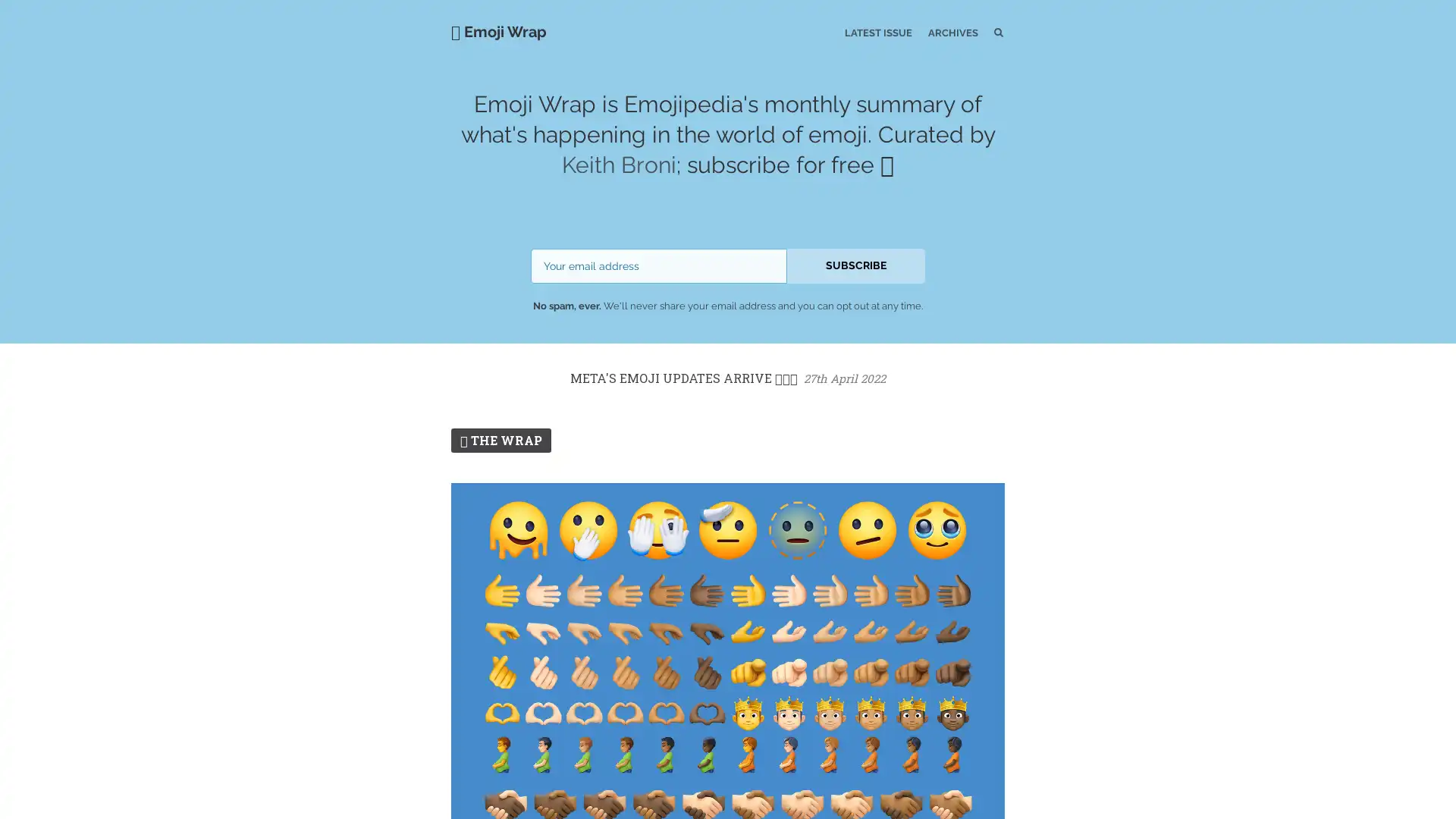  I want to click on TOGGLE MENU, so click(453, 3).